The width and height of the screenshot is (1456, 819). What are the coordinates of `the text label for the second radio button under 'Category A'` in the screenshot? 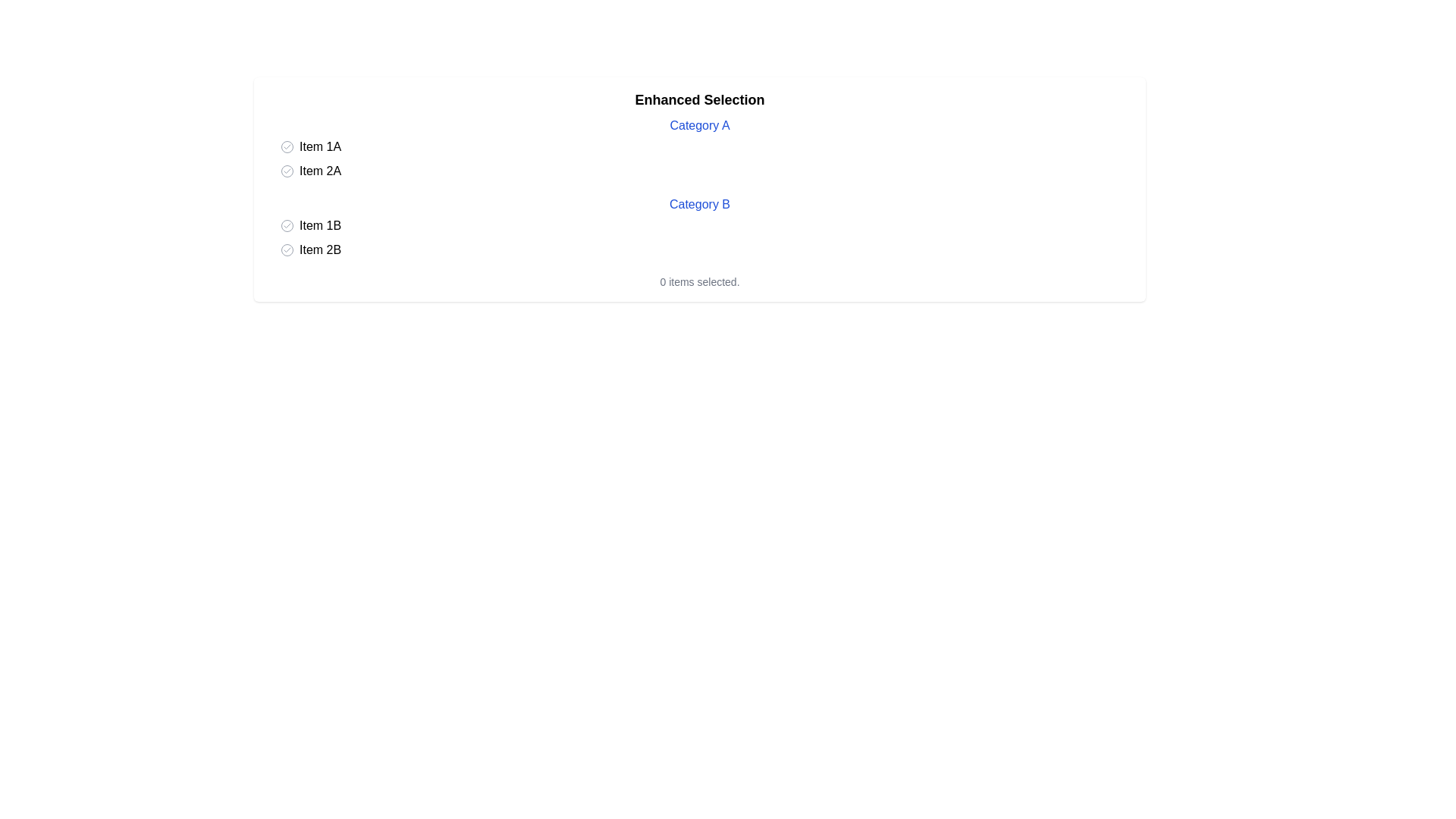 It's located at (319, 171).